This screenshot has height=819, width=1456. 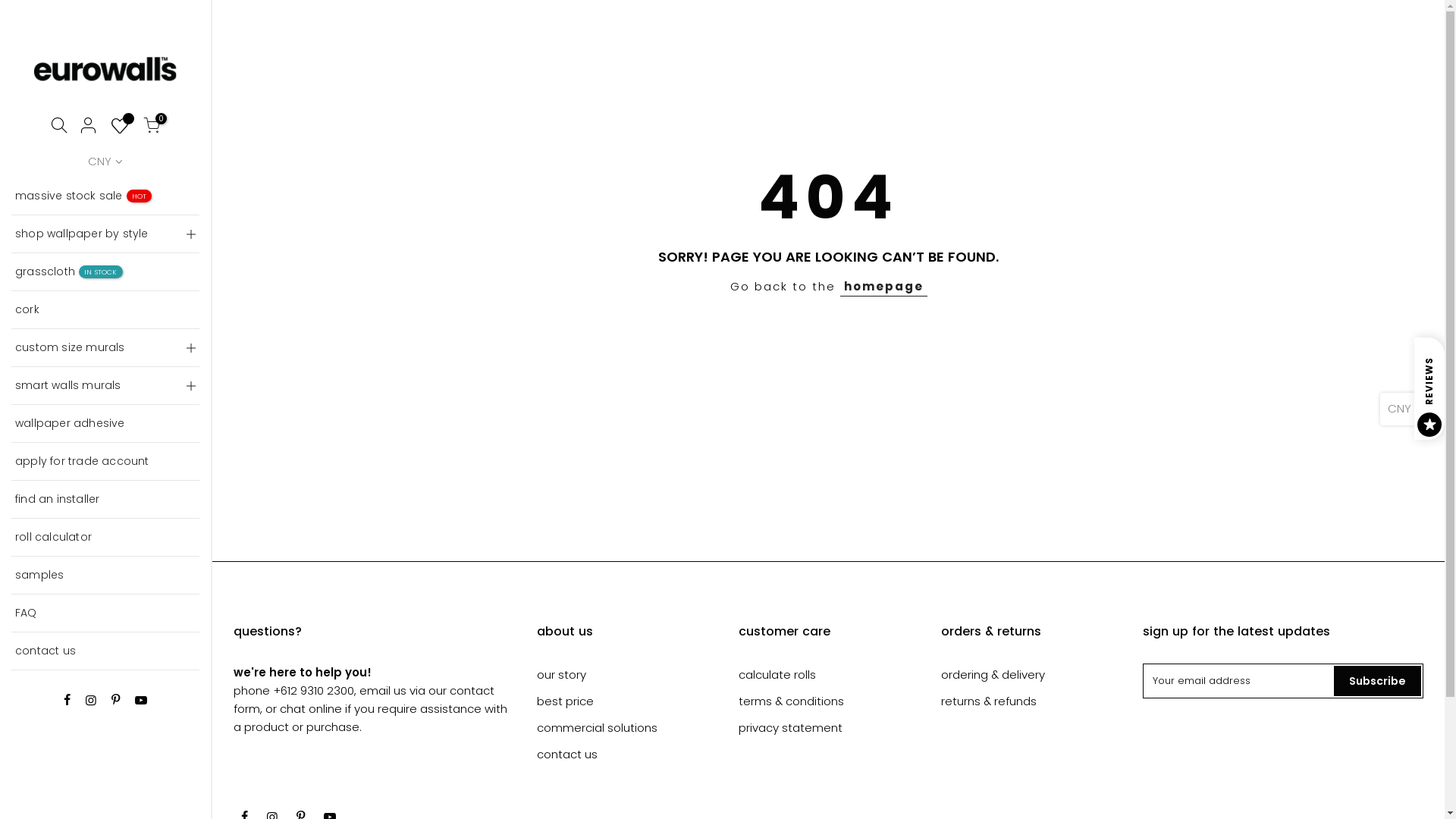 What do you see at coordinates (564, 701) in the screenshot?
I see `'best price'` at bounding box center [564, 701].